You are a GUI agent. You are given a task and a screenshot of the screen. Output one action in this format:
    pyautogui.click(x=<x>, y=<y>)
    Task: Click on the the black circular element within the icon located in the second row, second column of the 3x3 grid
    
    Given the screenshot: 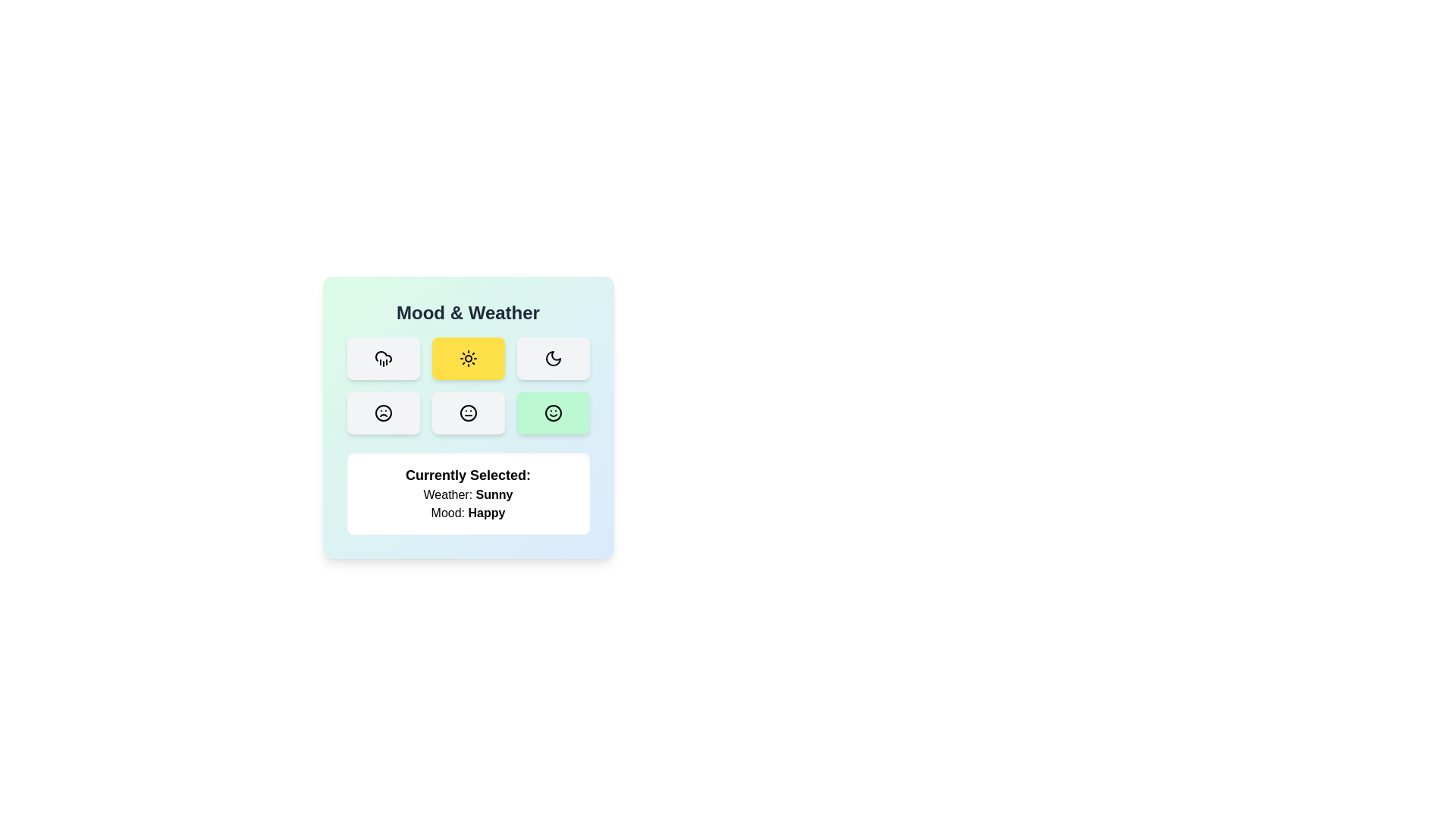 What is the action you would take?
    pyautogui.click(x=467, y=413)
    